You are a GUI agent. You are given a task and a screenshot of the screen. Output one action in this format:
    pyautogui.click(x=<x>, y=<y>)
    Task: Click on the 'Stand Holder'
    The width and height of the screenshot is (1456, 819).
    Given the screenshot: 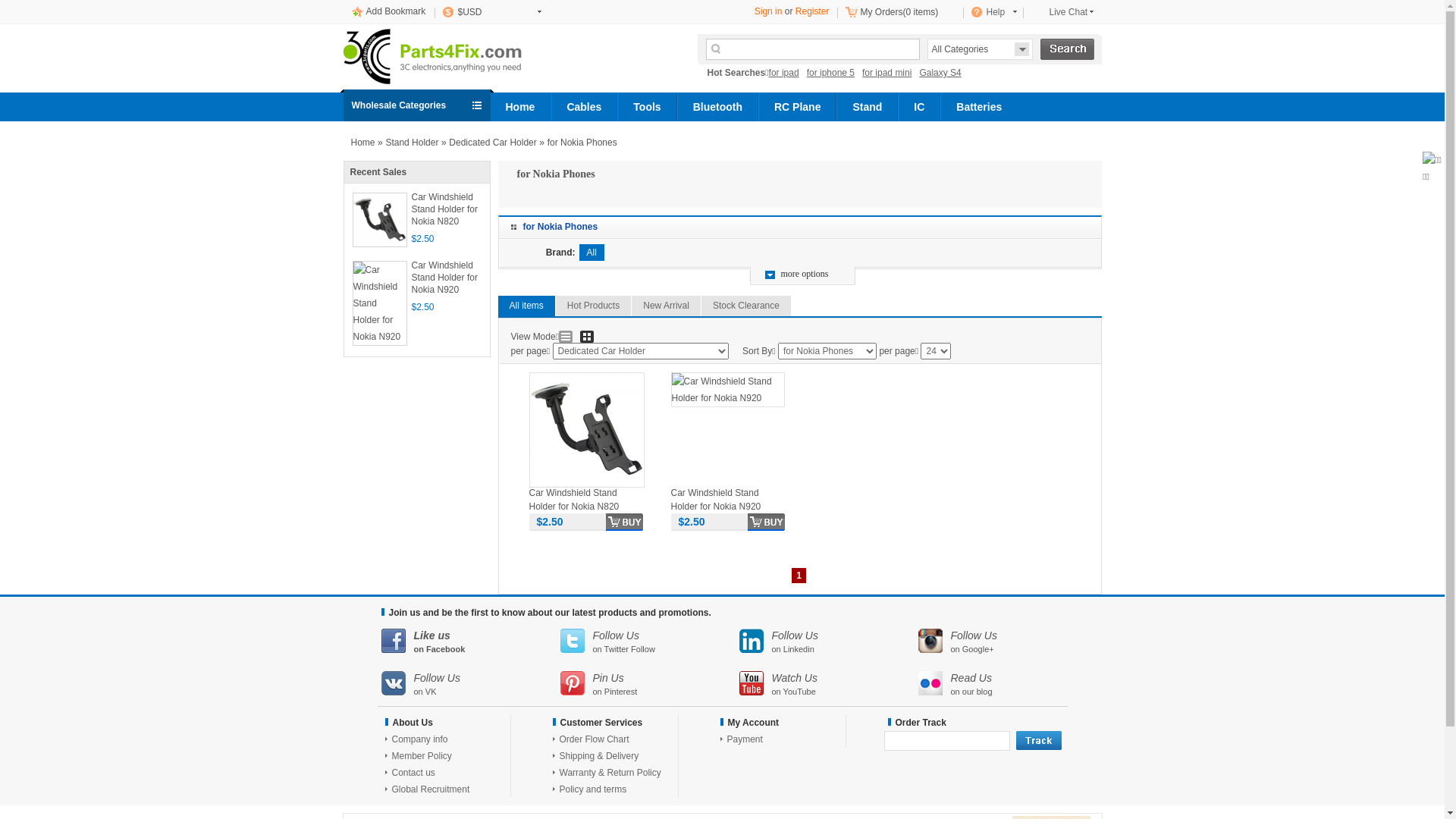 What is the action you would take?
    pyautogui.click(x=385, y=143)
    